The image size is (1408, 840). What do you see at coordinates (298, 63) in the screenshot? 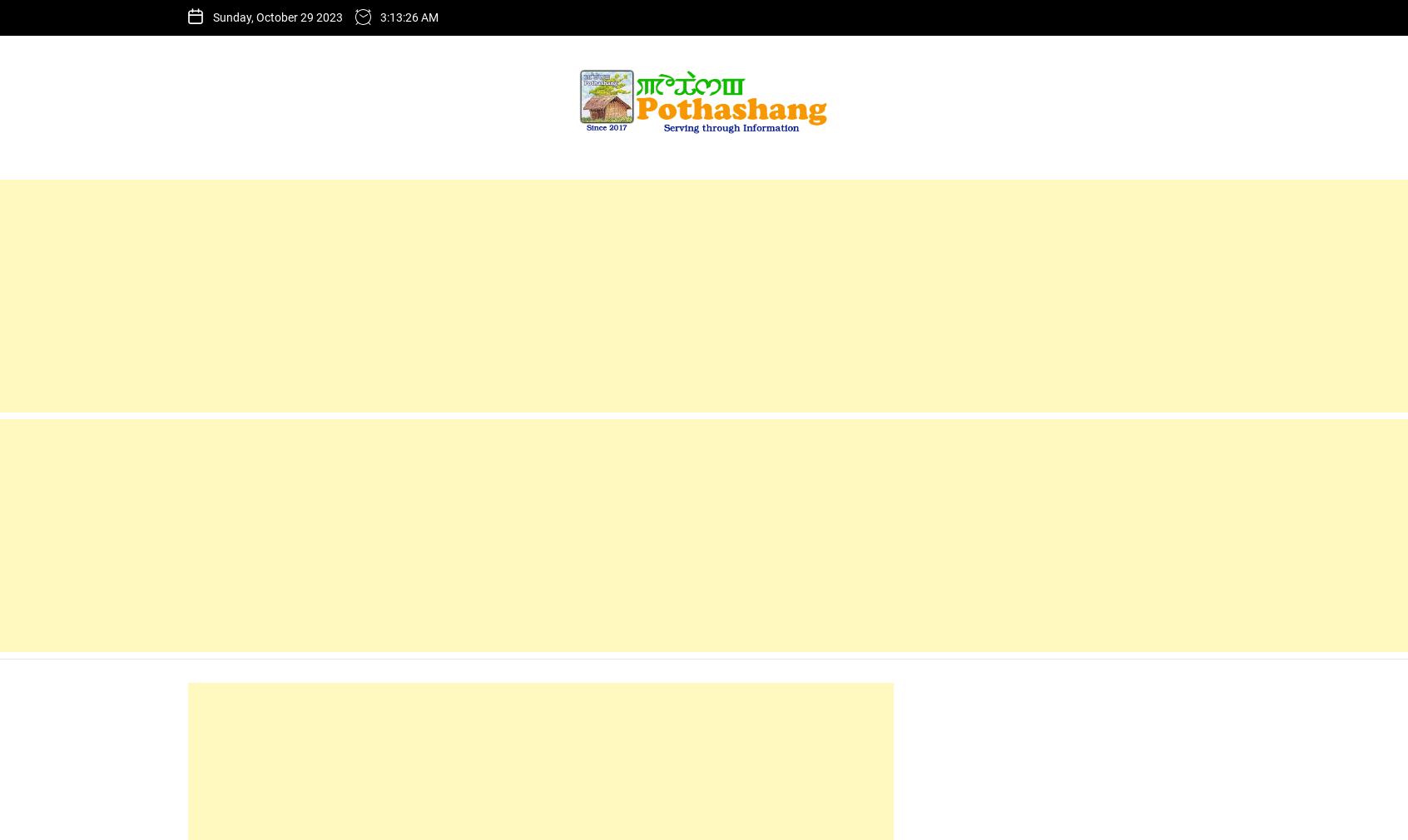
I see `'3rd MCA Plate Tournament'` at bounding box center [298, 63].